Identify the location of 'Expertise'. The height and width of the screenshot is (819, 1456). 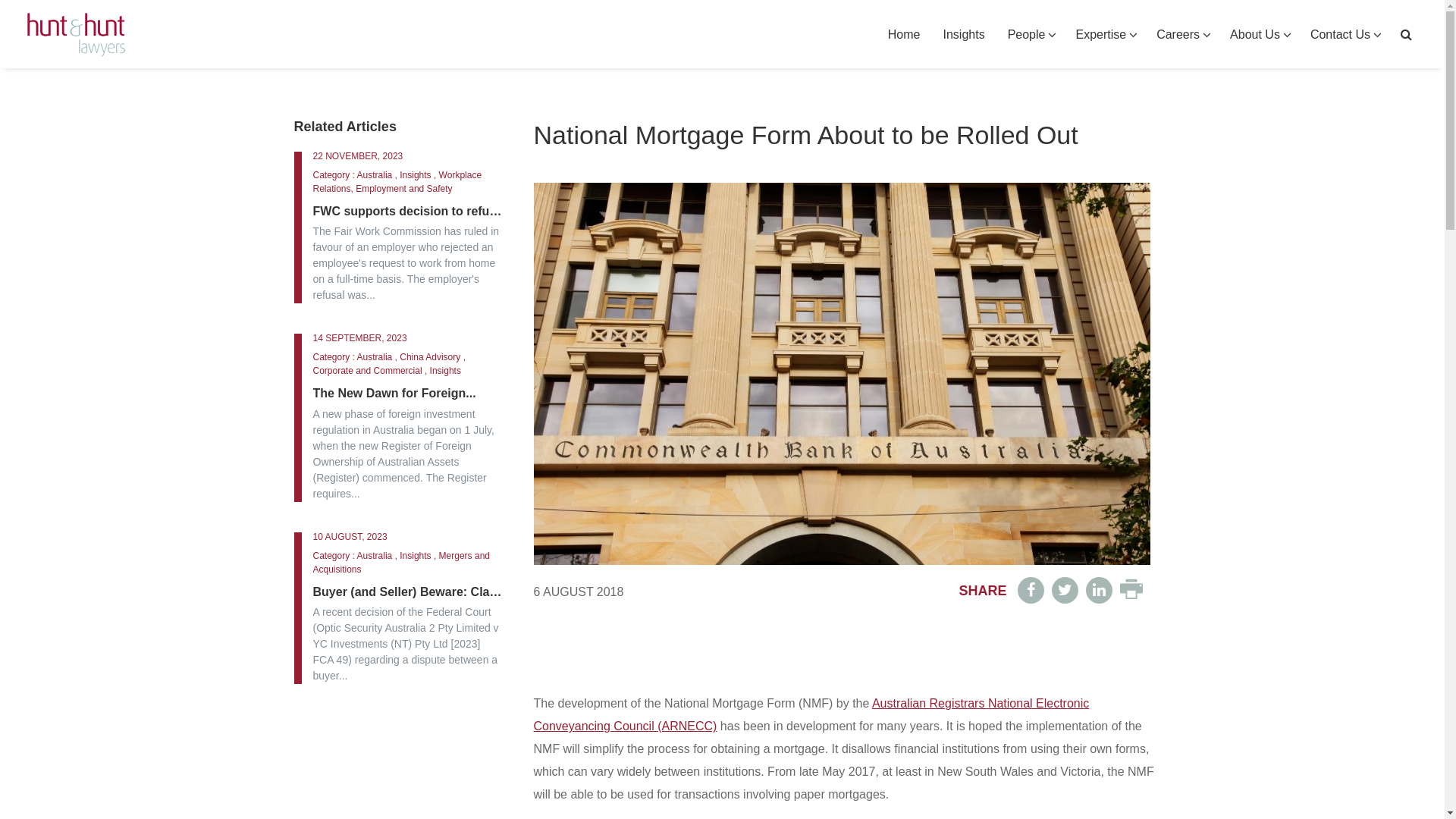
(1104, 34).